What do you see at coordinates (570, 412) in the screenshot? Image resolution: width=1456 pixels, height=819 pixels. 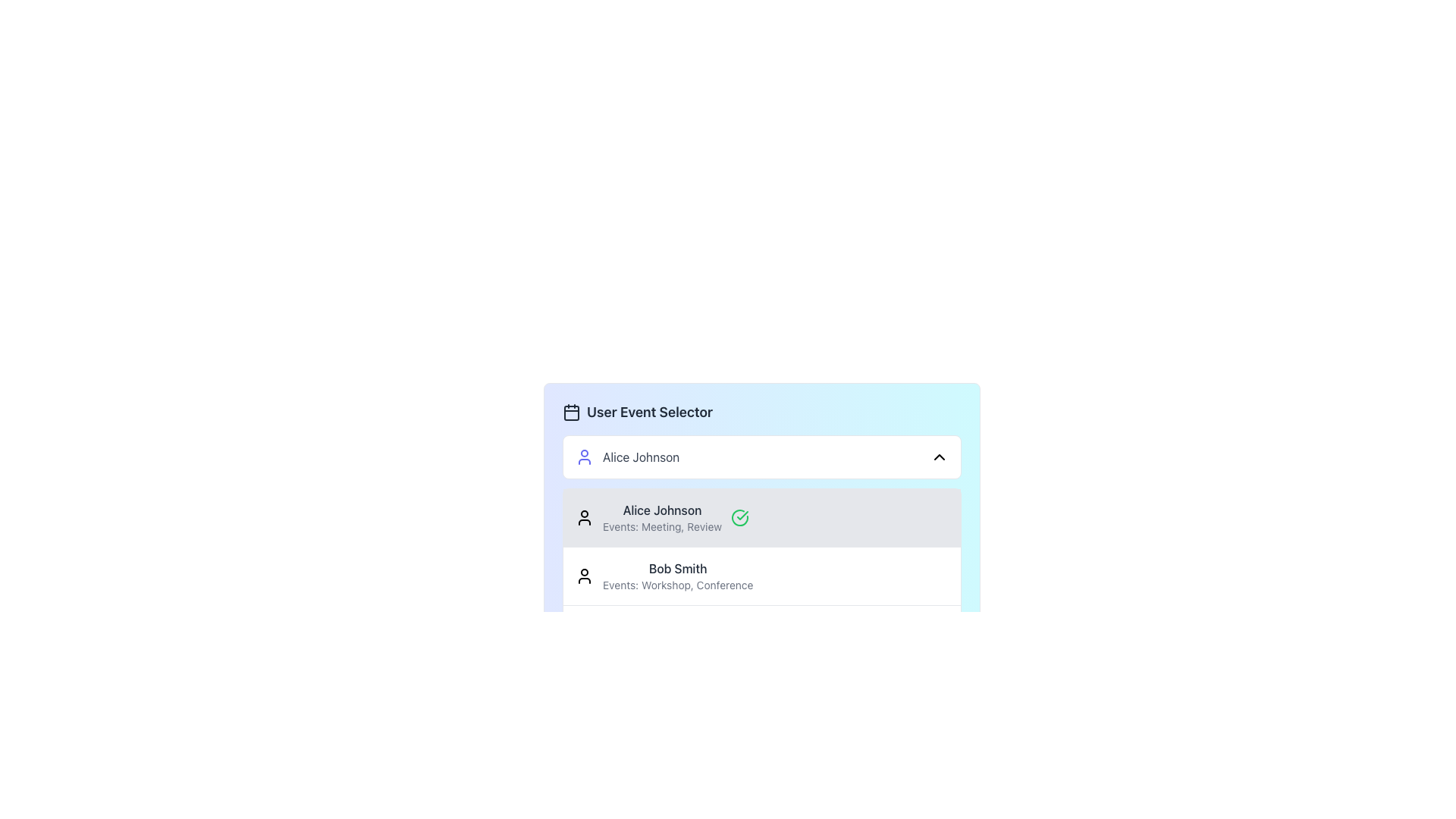 I see `the calendar icon located at the leftmost side of the 'User Event Selector' header, which precedes the bold text 'User Event Selector'` at bounding box center [570, 412].